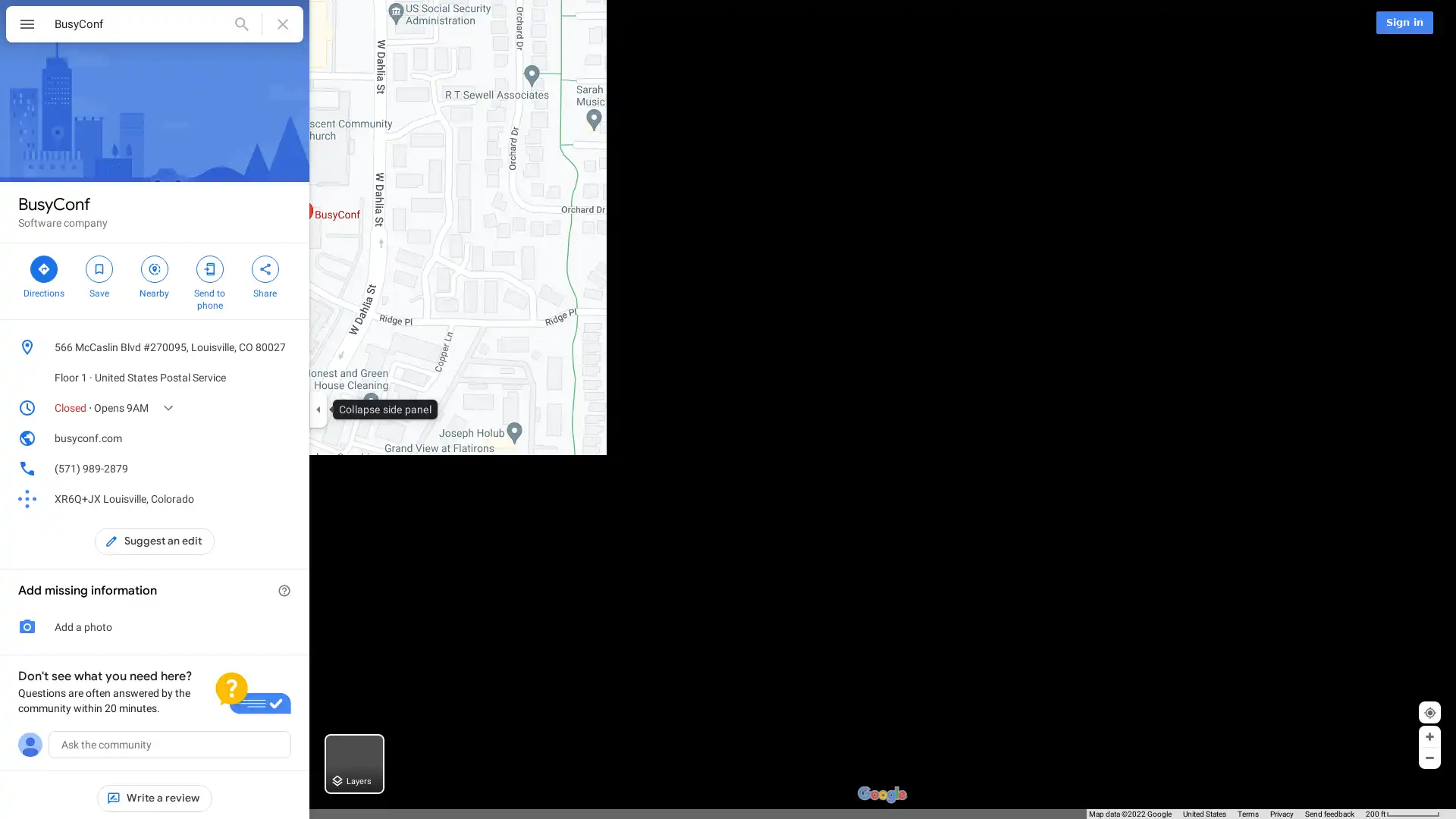 The width and height of the screenshot is (1456, 819). Describe the element at coordinates (613, 24) in the screenshot. I see `Transit` at that location.